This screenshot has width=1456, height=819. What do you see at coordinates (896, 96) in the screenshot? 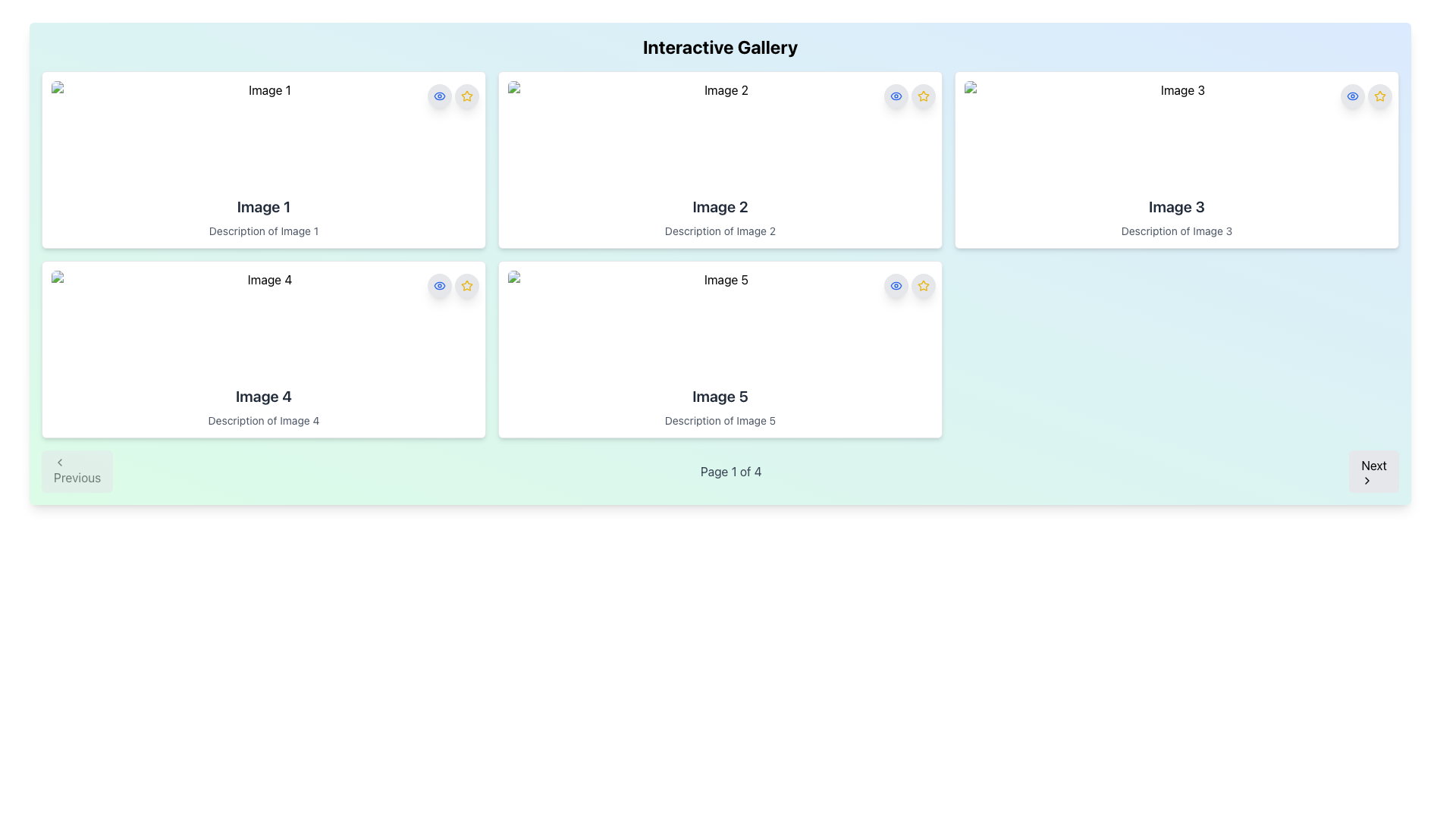
I see `the visibility toggling icon located in the top row of icons for 'Image 5', positioned left of the star-shaped icon` at bounding box center [896, 96].